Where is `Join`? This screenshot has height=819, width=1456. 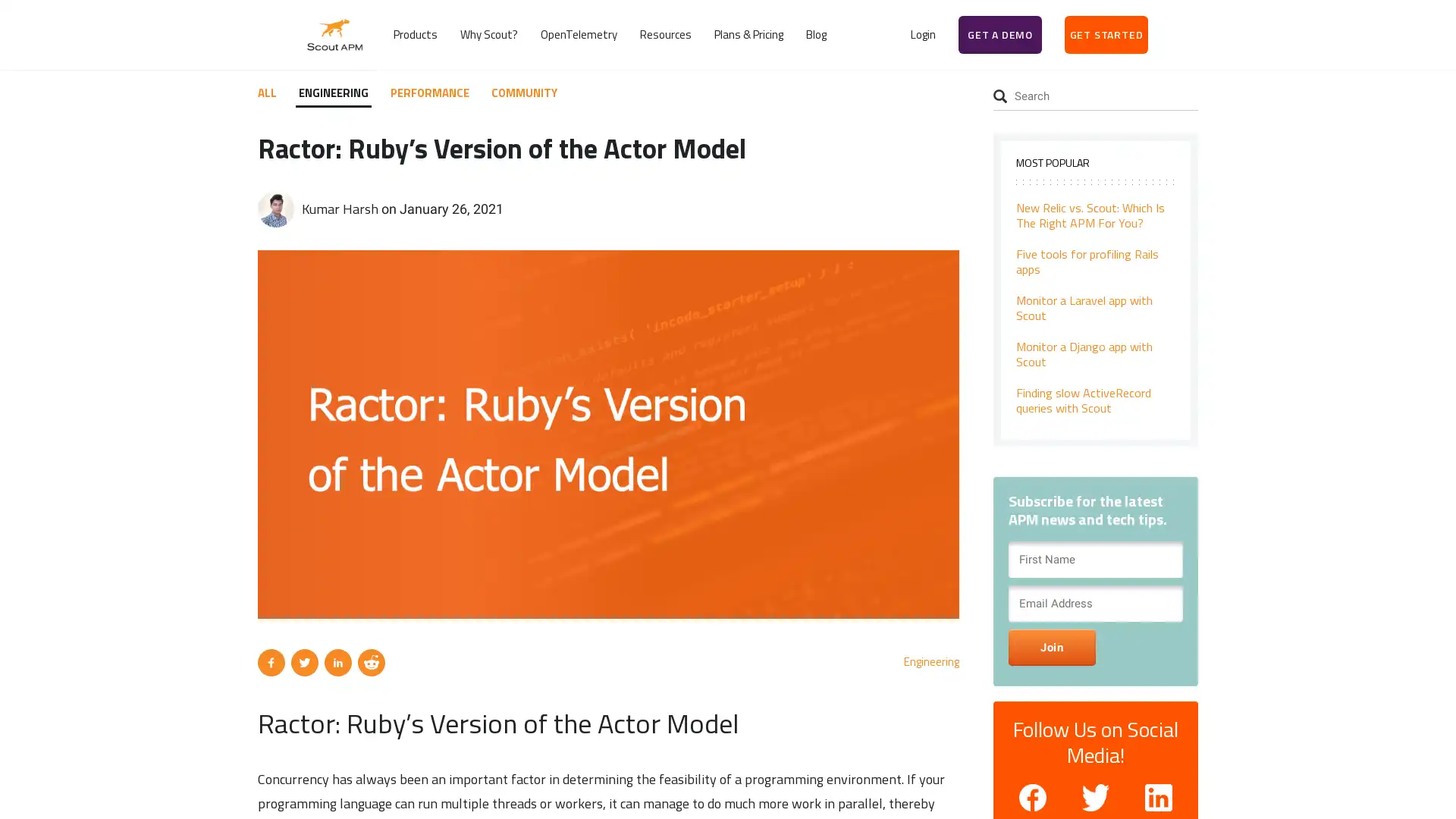 Join is located at coordinates (1051, 647).